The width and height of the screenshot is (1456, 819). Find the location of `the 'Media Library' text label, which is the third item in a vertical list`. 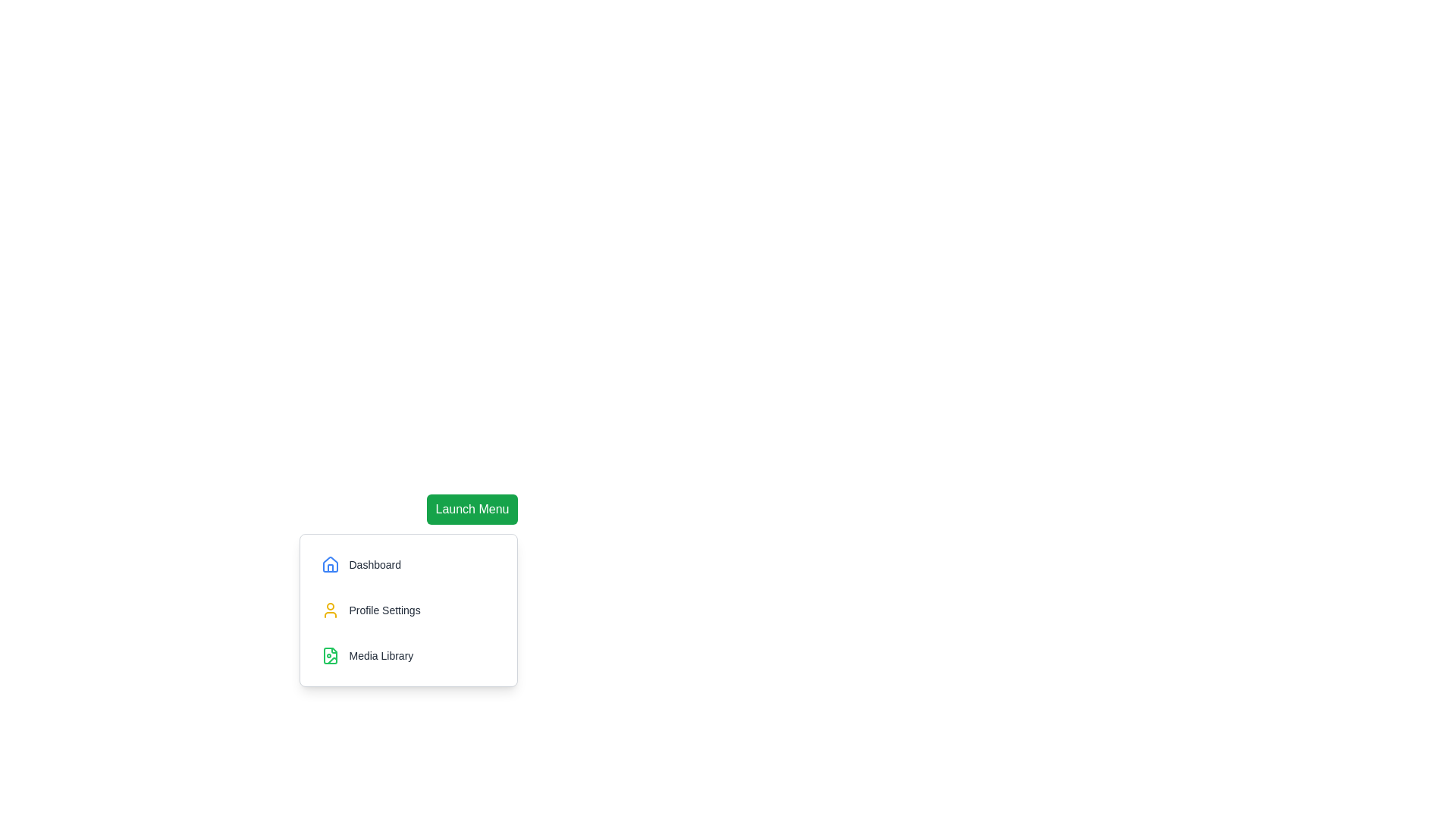

the 'Media Library' text label, which is the third item in a vertical list is located at coordinates (381, 654).